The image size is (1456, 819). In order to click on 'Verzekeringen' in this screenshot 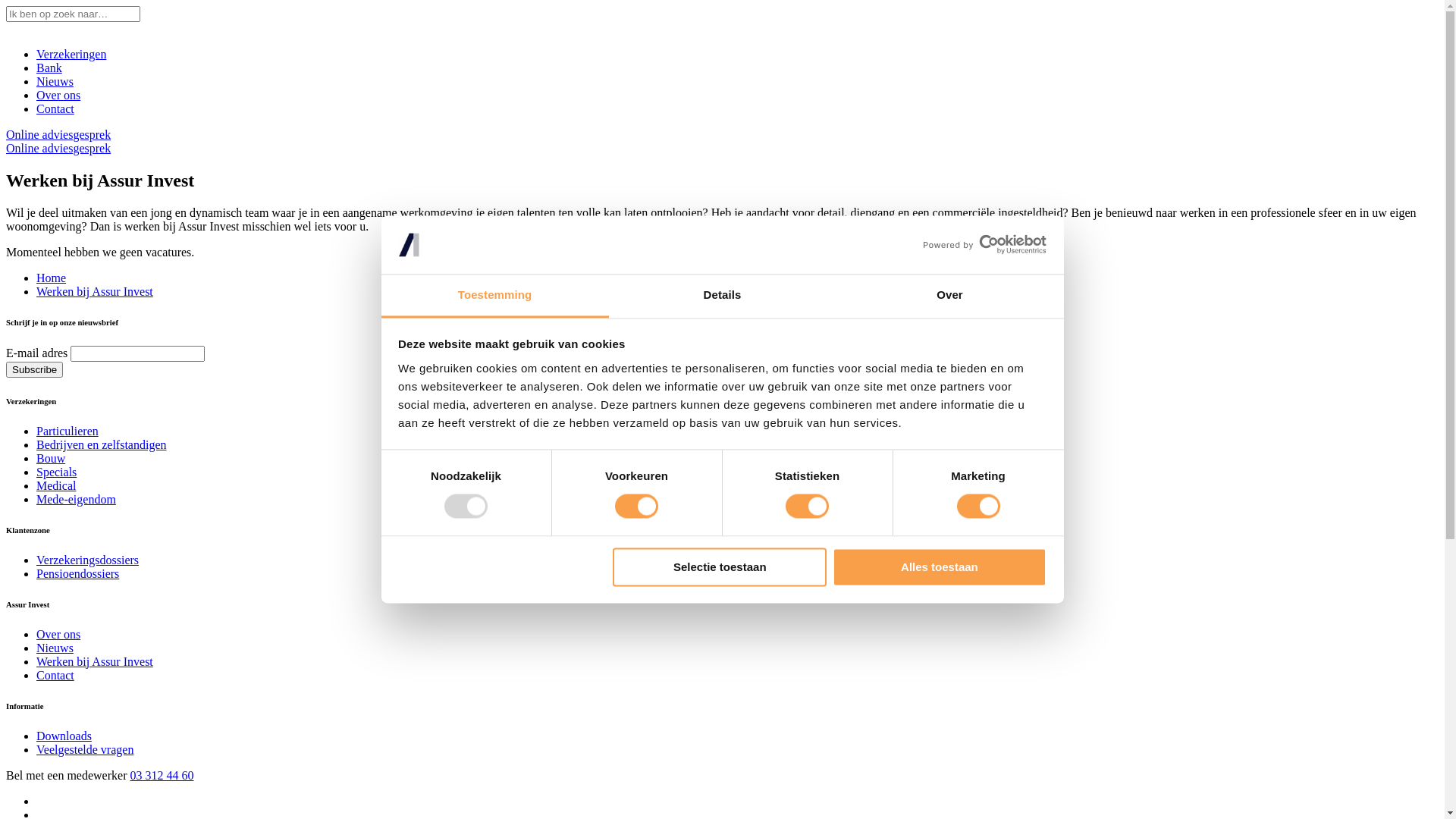, I will do `click(71, 53)`.